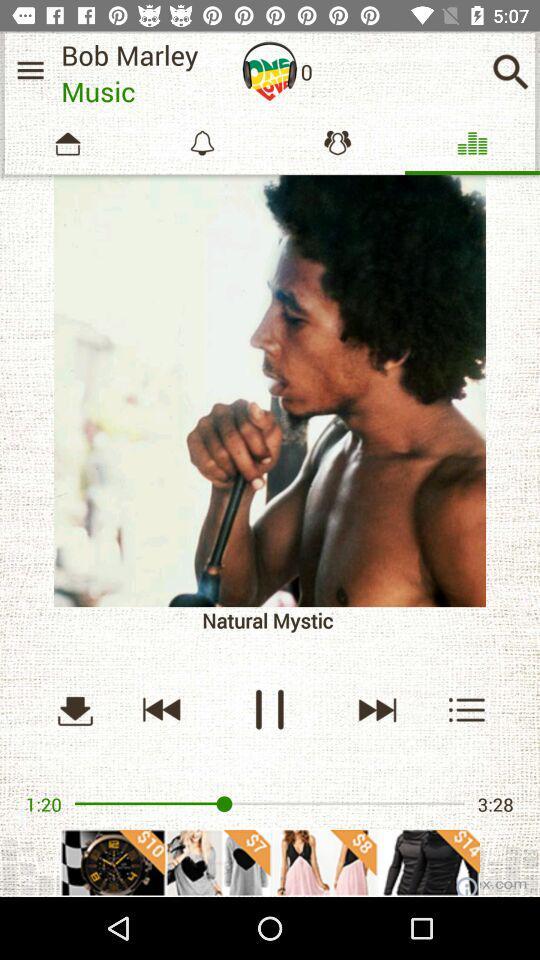  What do you see at coordinates (270, 71) in the screenshot?
I see `put on headphones` at bounding box center [270, 71].